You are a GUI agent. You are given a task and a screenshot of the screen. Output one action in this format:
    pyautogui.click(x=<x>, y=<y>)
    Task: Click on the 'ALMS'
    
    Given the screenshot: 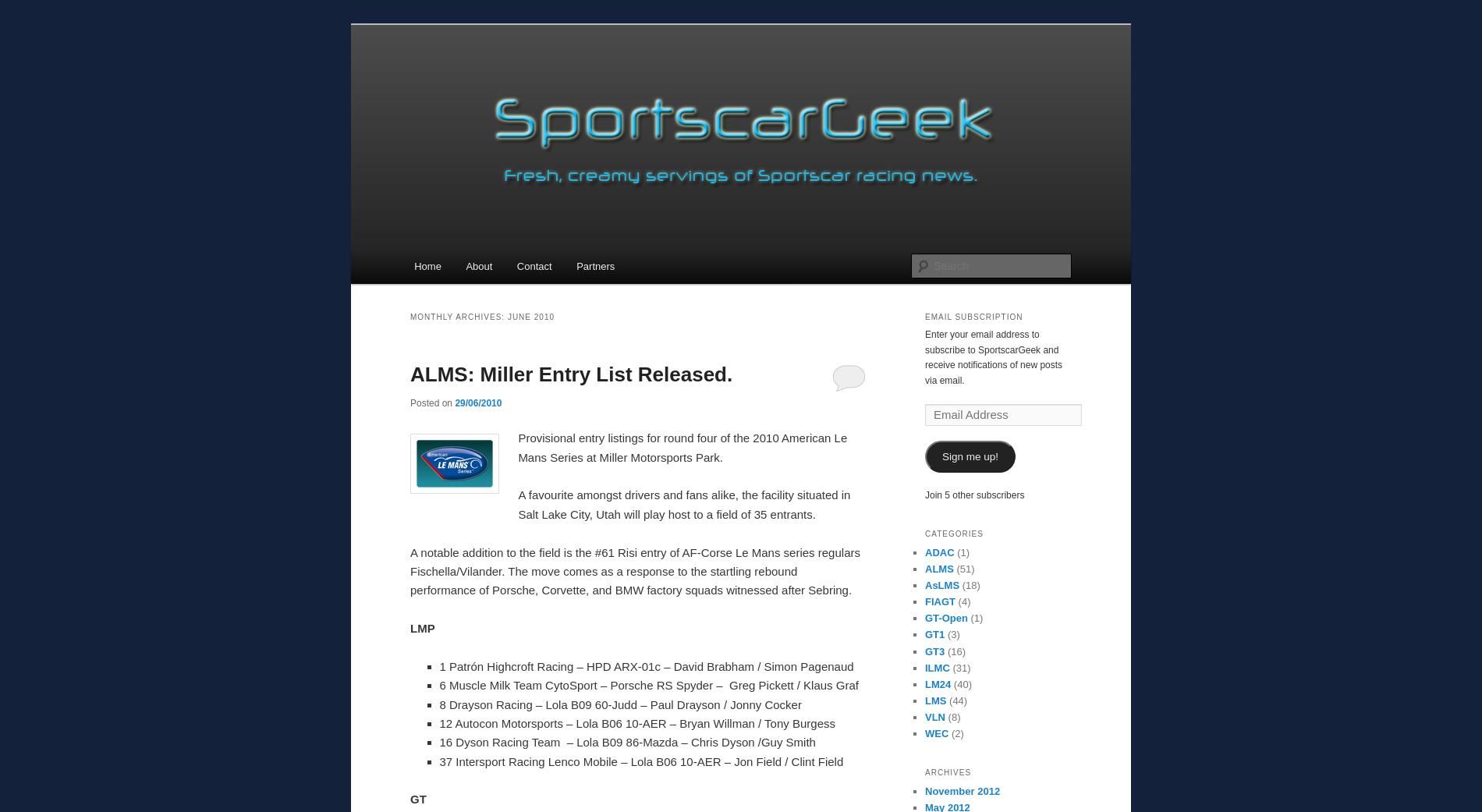 What is the action you would take?
    pyautogui.click(x=938, y=567)
    